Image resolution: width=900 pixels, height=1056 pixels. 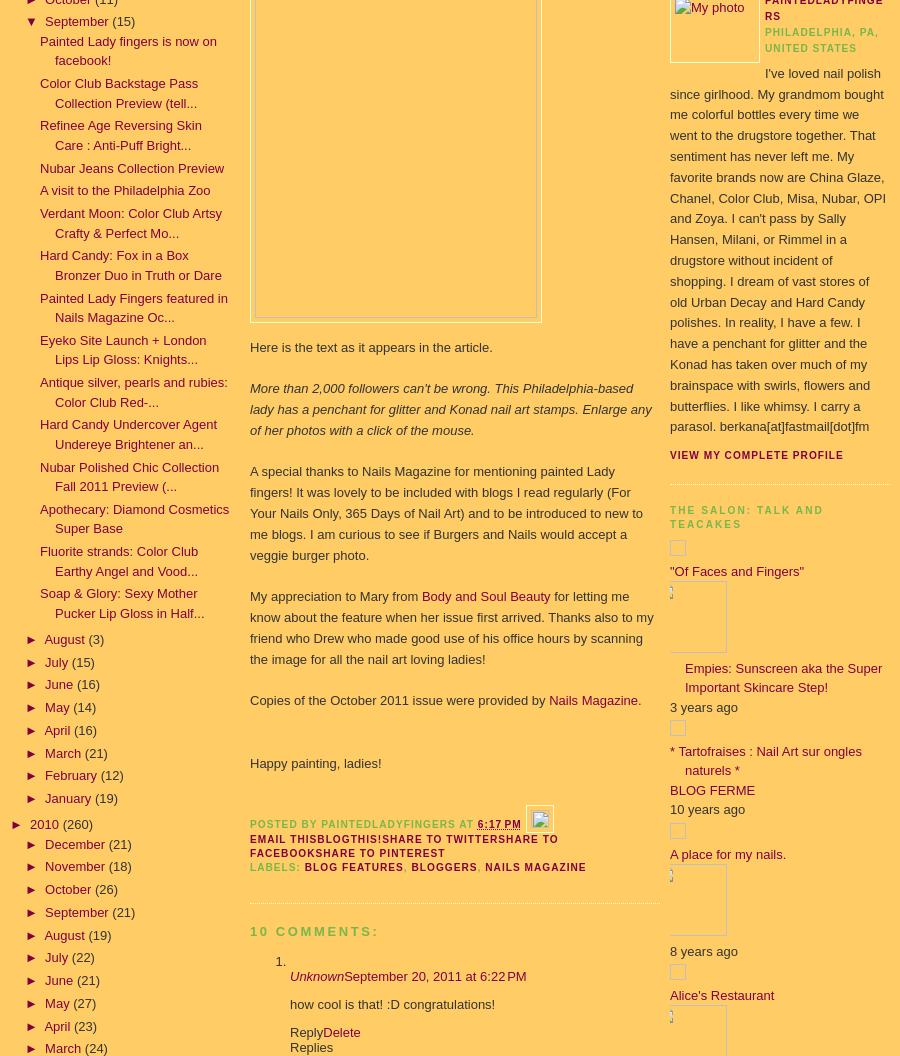 I want to click on '(18)', so click(x=107, y=865).